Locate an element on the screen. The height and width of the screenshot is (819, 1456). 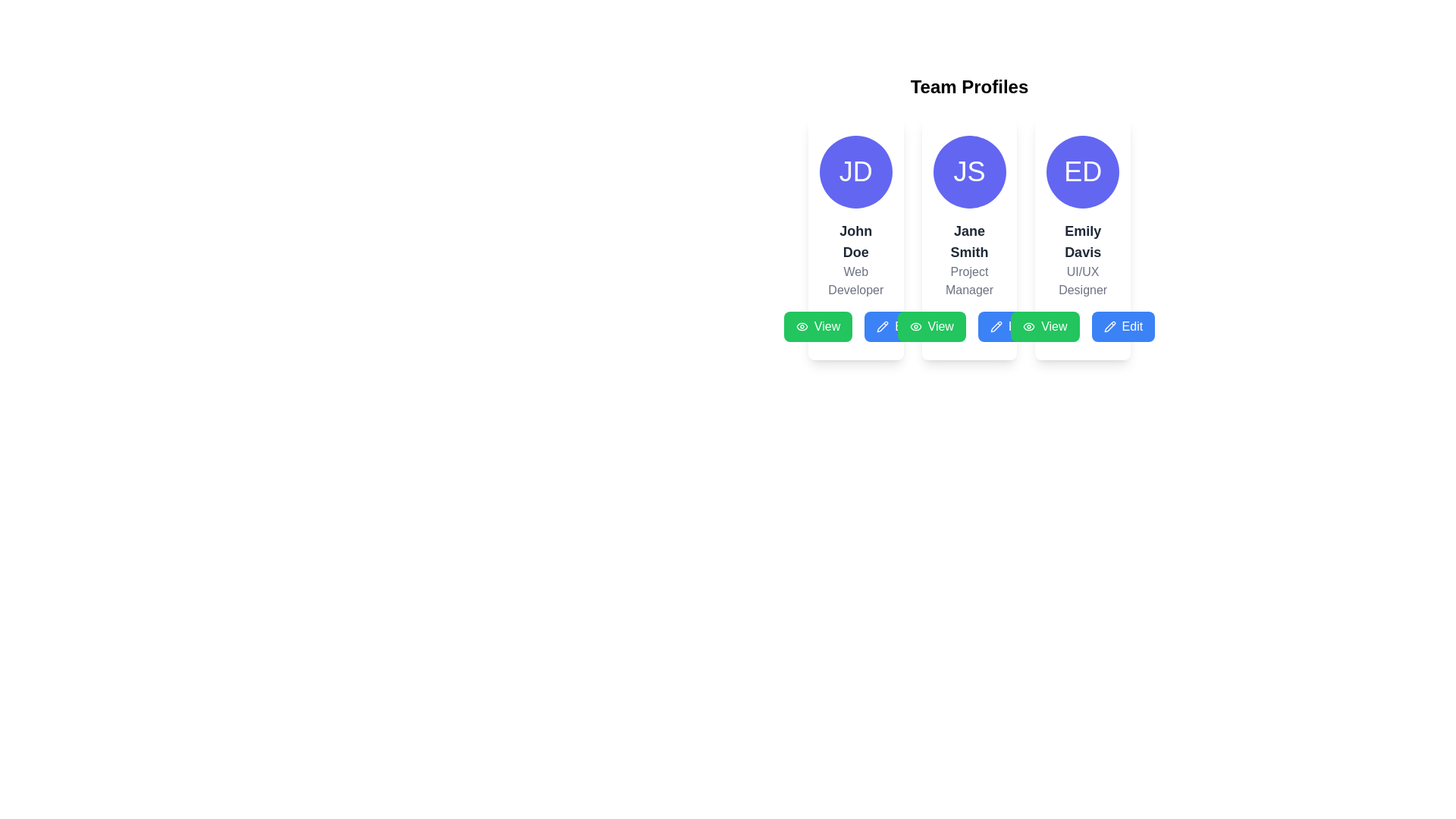
the viewing icon located to the left of the 'View' button is located at coordinates (915, 326).